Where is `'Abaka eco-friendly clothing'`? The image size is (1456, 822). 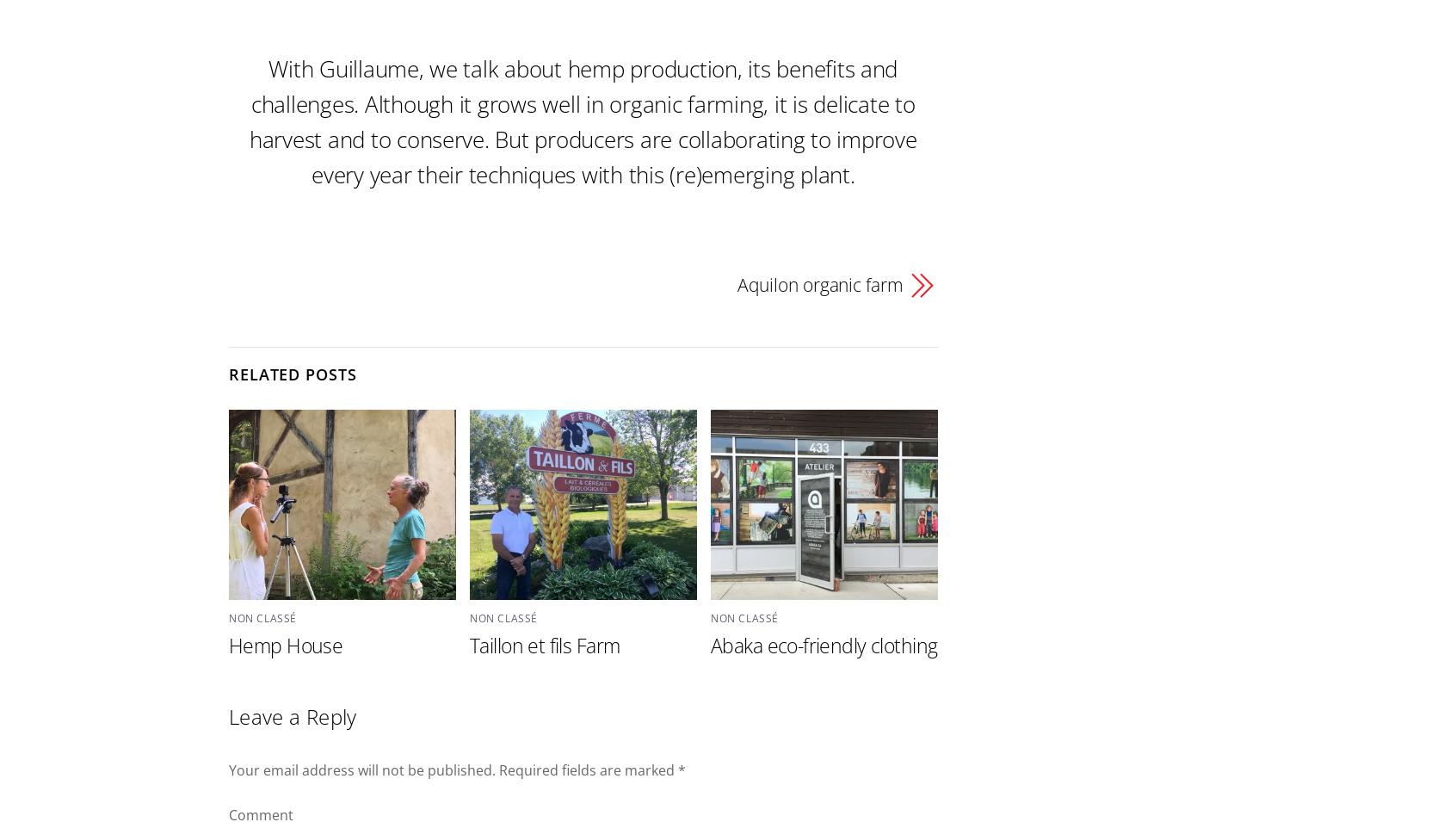
'Abaka eco-friendly clothing' is located at coordinates (824, 644).